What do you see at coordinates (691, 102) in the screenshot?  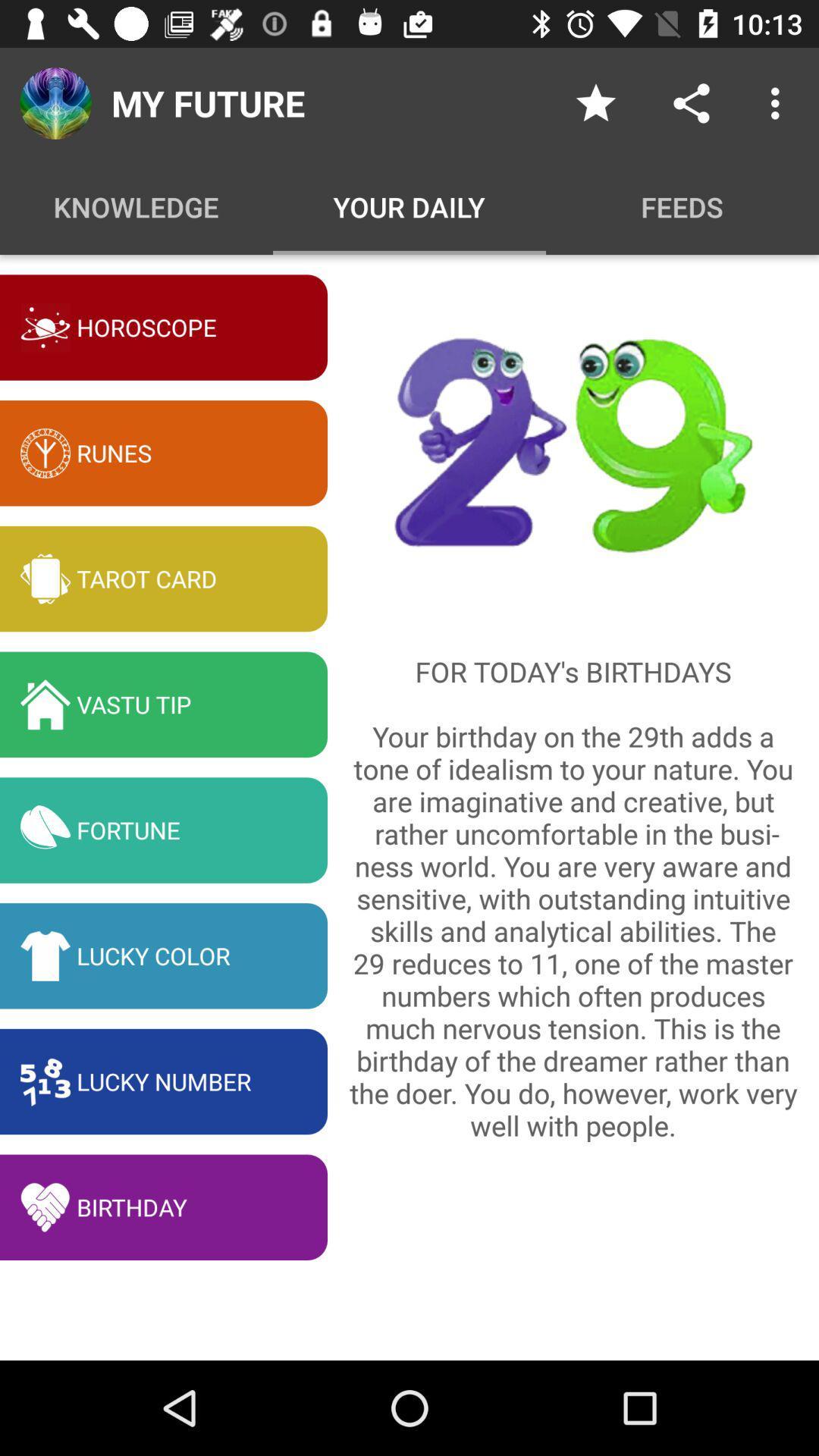 I see `share to` at bounding box center [691, 102].